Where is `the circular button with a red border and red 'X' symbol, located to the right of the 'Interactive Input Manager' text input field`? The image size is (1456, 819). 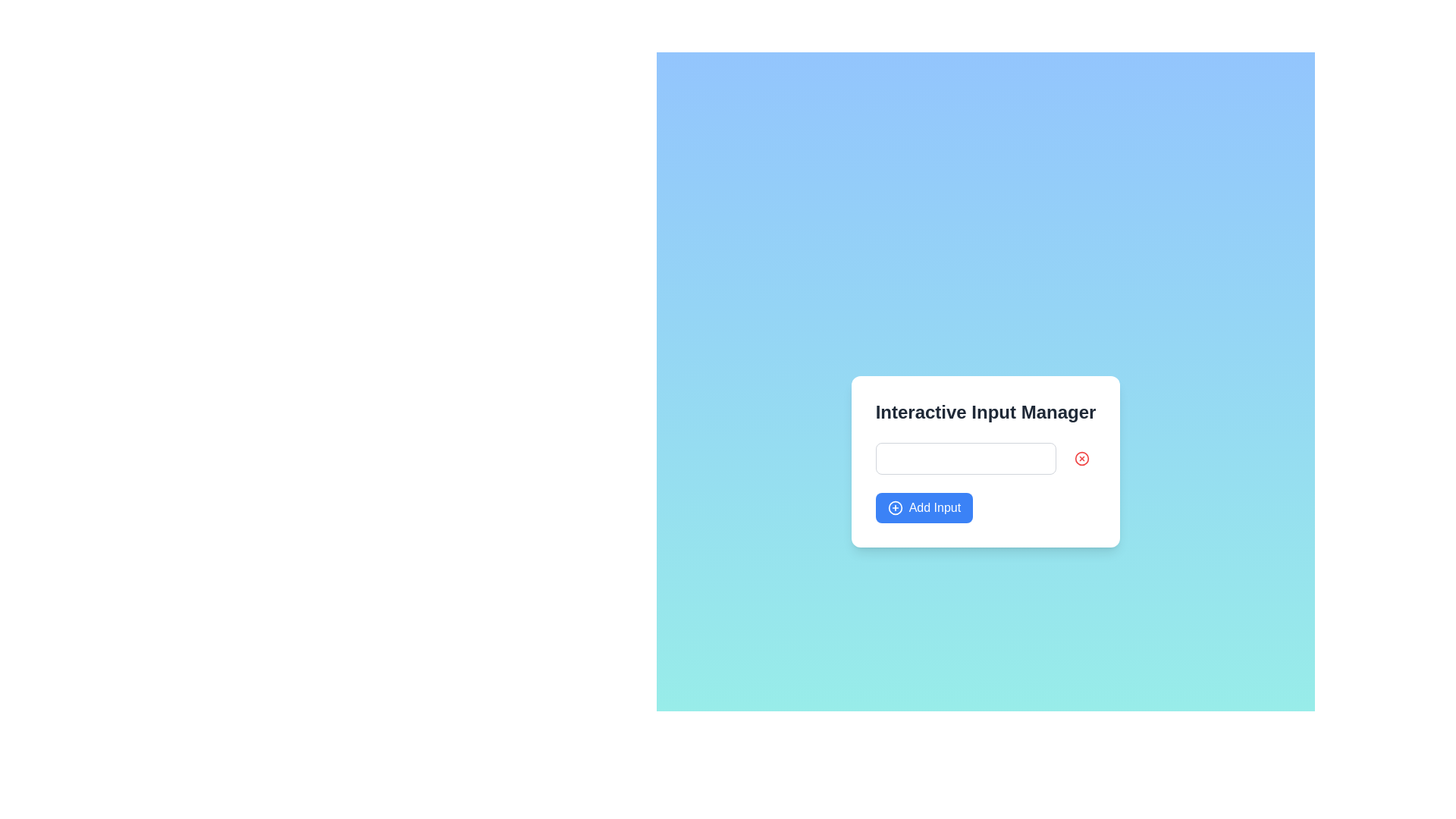 the circular button with a red border and red 'X' symbol, located to the right of the 'Interactive Input Manager' text input field is located at coordinates (1081, 458).